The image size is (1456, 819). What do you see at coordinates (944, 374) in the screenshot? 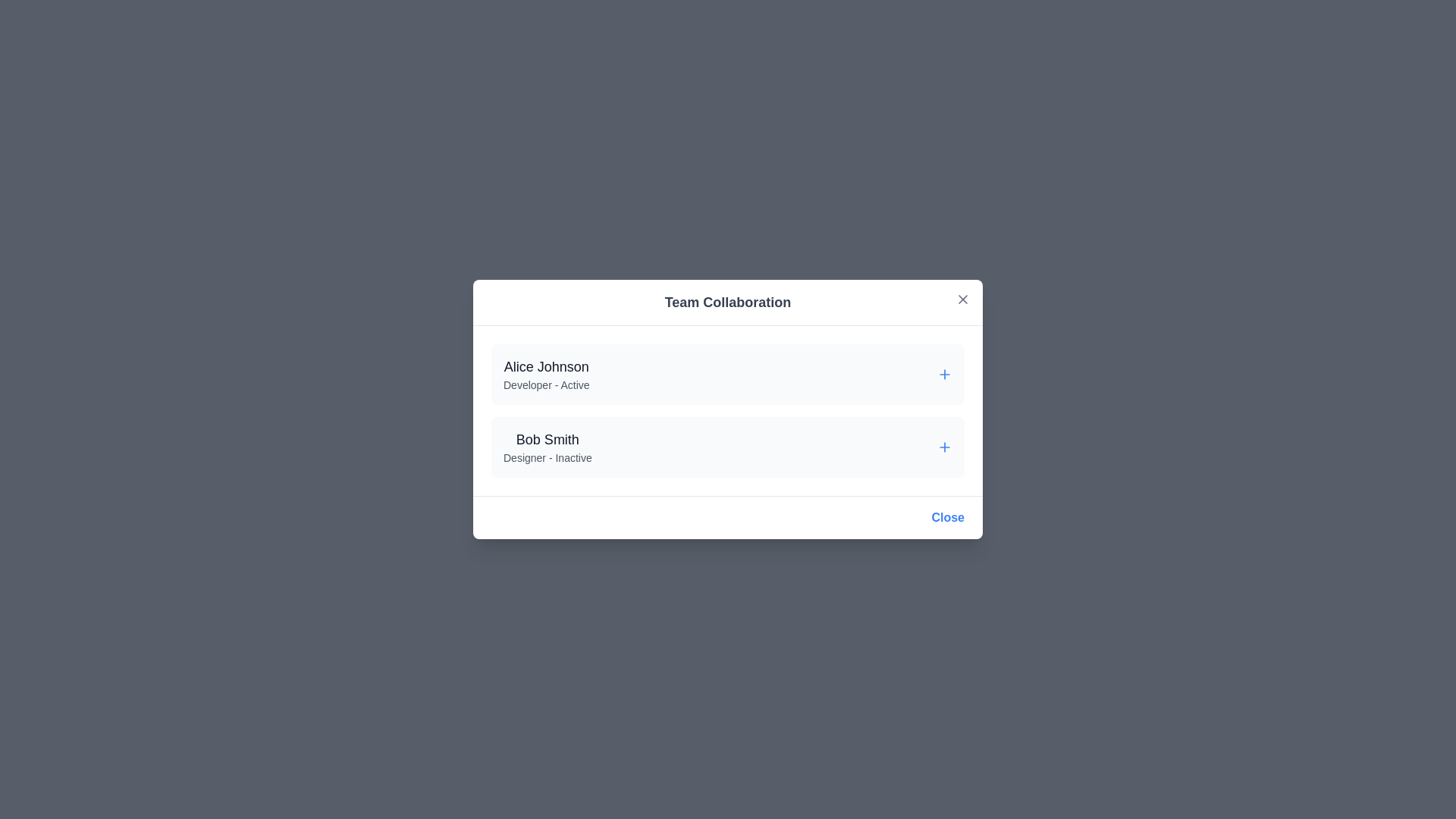
I see `'+' button next to 'Alice Johnson' to view her details` at bounding box center [944, 374].